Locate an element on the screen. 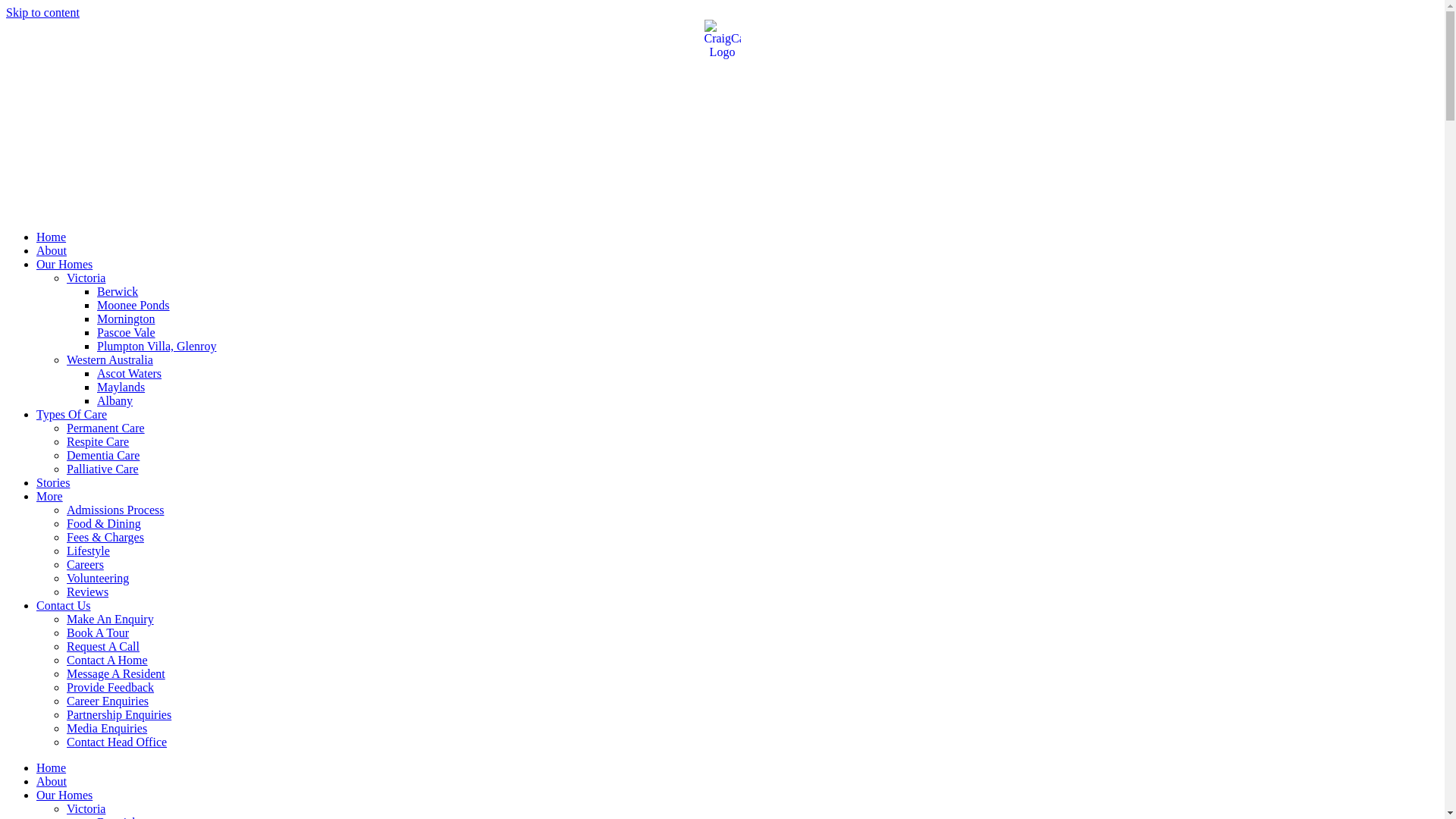  'Make An Enquiry' is located at coordinates (109, 619).